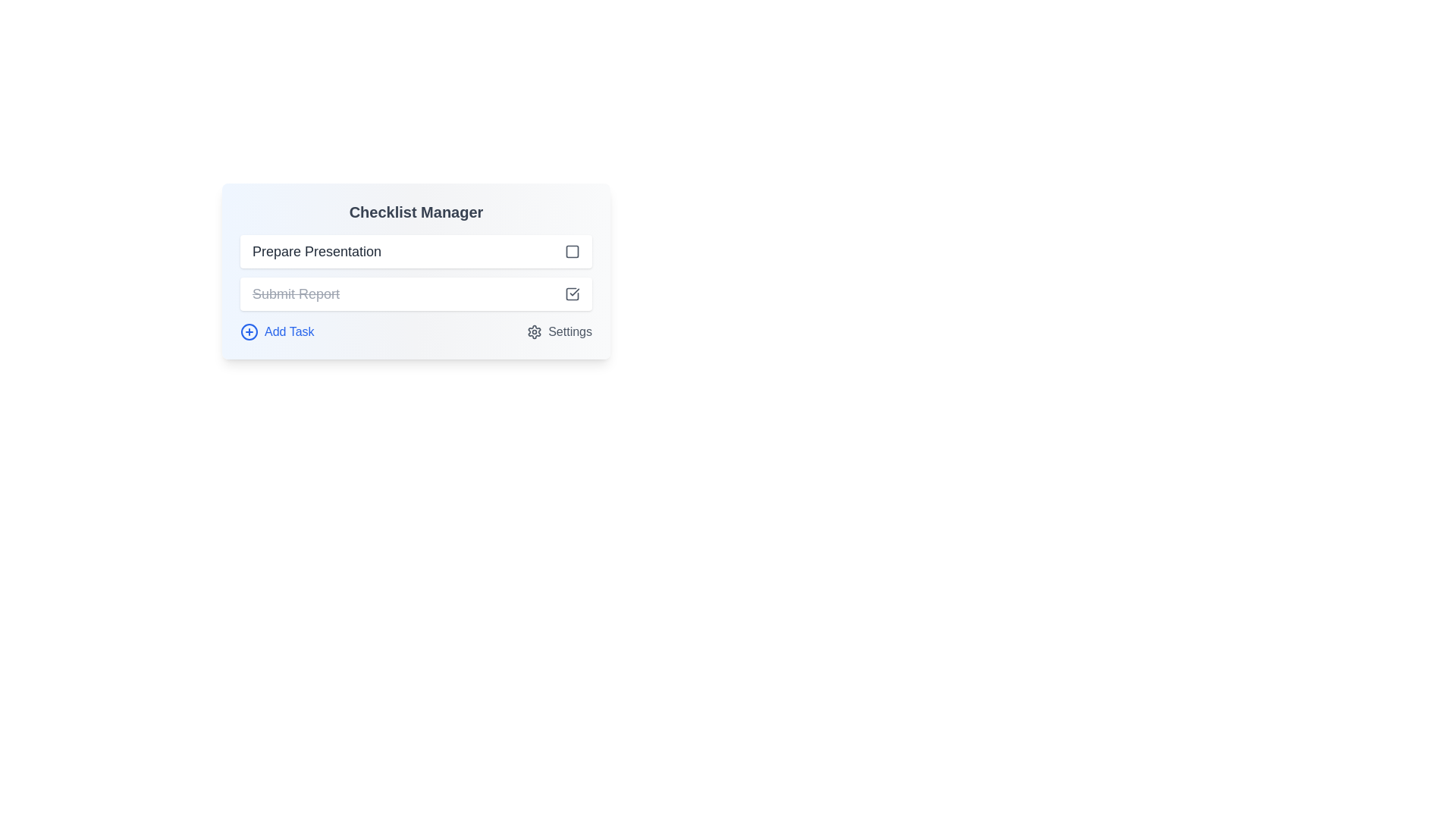  I want to click on the vector-based decorative graphic located towards the lower right of the Checklist Manager component, adjacent to the 'Submit Report' checkbox, so click(571, 294).